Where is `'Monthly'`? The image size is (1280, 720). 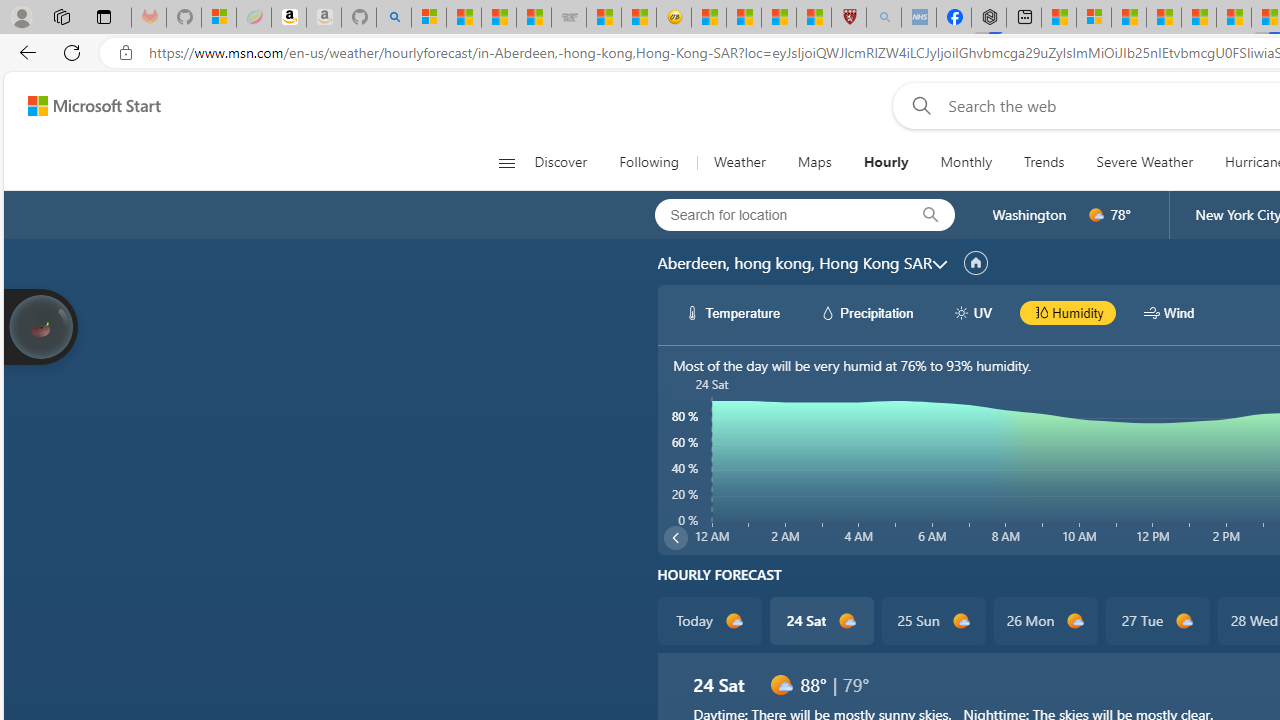
'Monthly' is located at coordinates (966, 162).